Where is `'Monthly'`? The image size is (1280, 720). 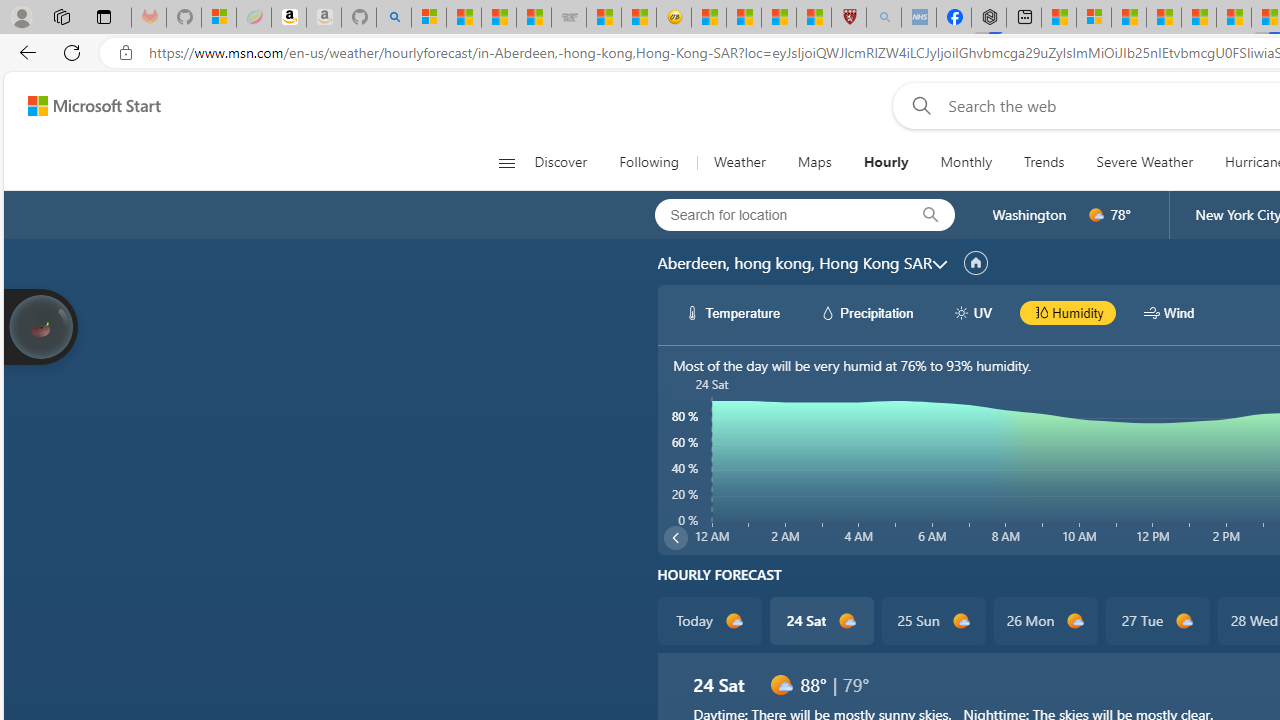
'Monthly' is located at coordinates (966, 162).